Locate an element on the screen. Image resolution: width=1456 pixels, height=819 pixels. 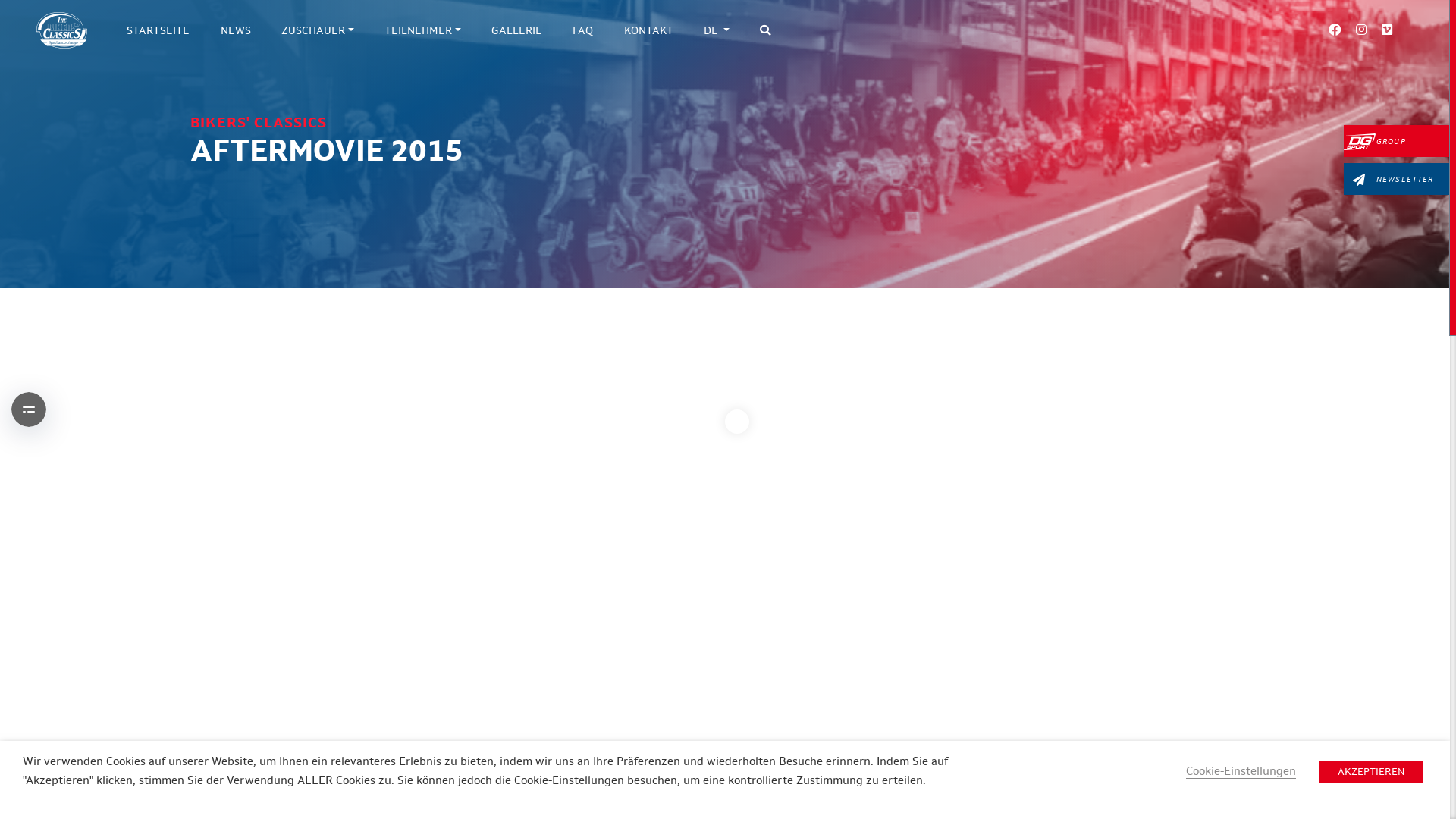
'NEWS' is located at coordinates (203, 30).